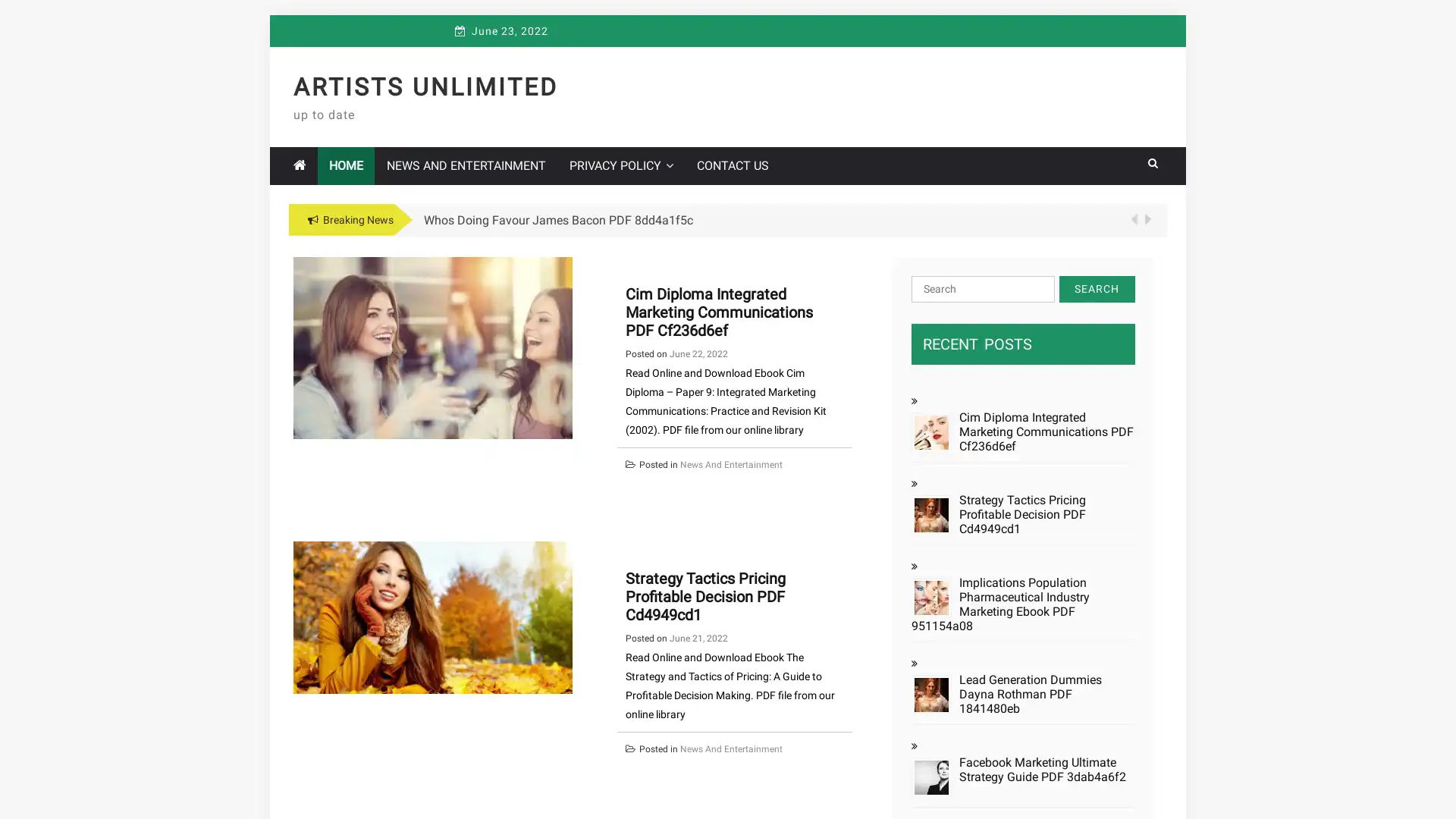 The width and height of the screenshot is (1456, 819). What do you see at coordinates (1096, 288) in the screenshot?
I see `Search` at bounding box center [1096, 288].